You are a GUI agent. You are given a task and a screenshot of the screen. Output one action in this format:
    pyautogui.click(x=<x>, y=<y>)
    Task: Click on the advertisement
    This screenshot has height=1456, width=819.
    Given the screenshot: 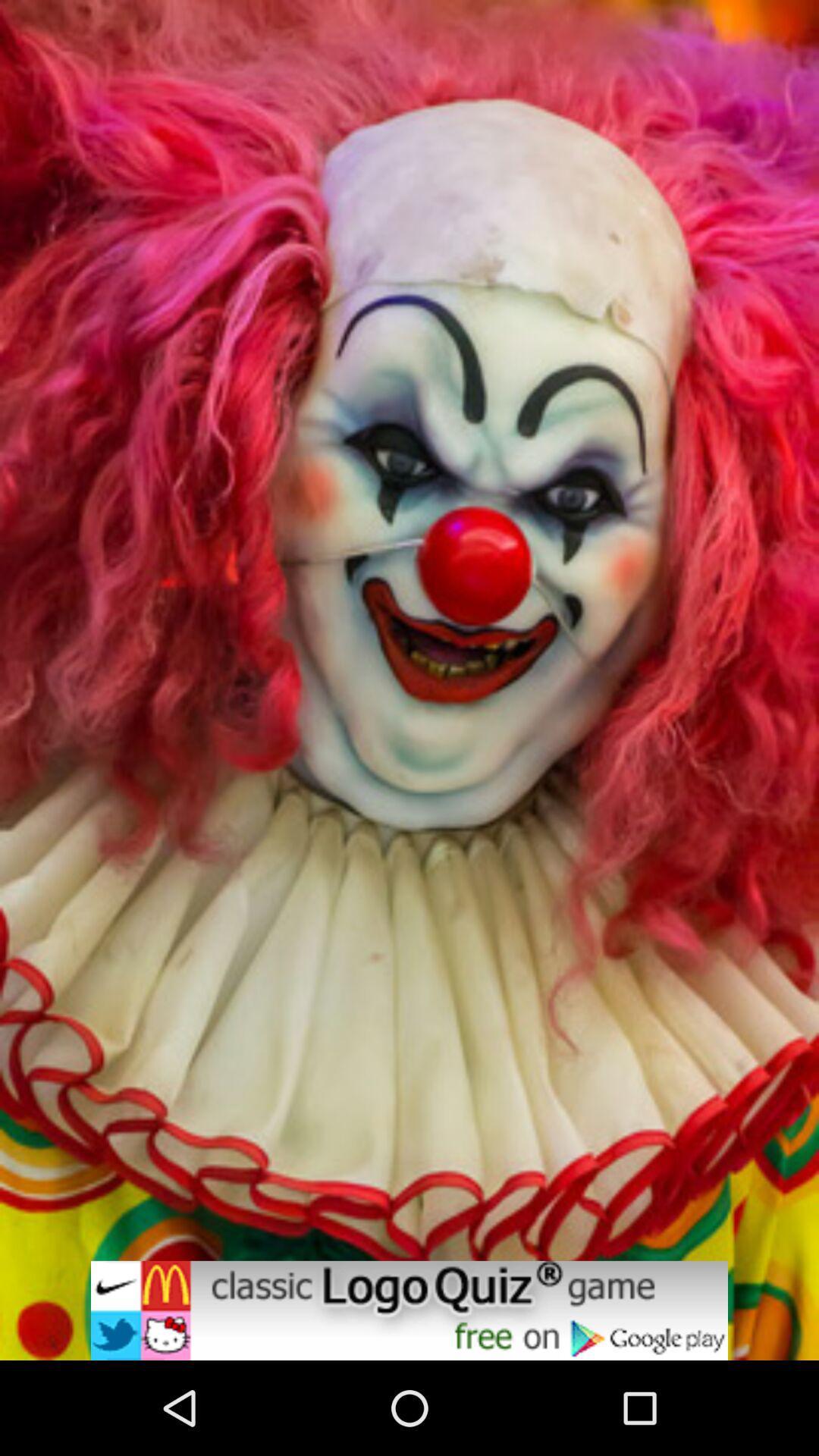 What is the action you would take?
    pyautogui.click(x=409, y=1310)
    